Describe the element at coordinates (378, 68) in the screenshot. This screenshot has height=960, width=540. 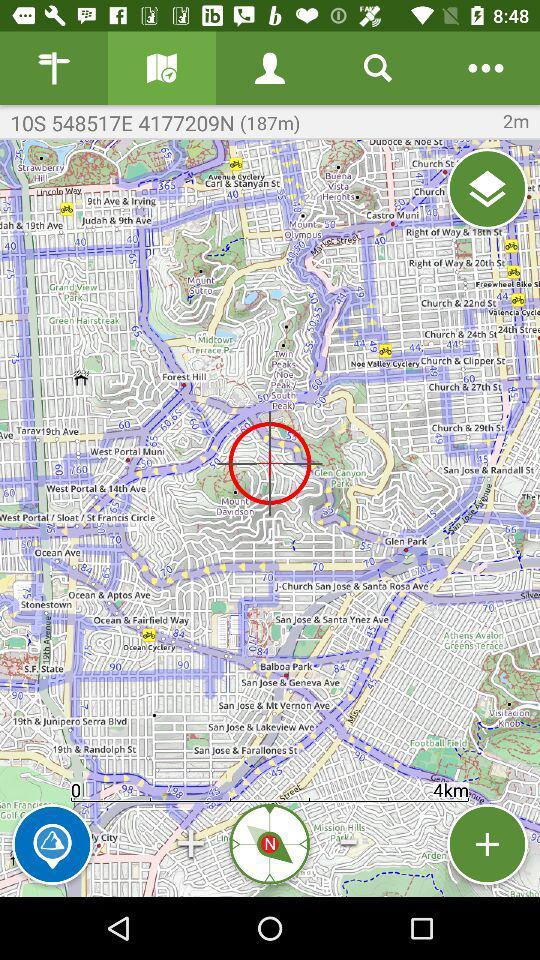
I see `search` at that location.